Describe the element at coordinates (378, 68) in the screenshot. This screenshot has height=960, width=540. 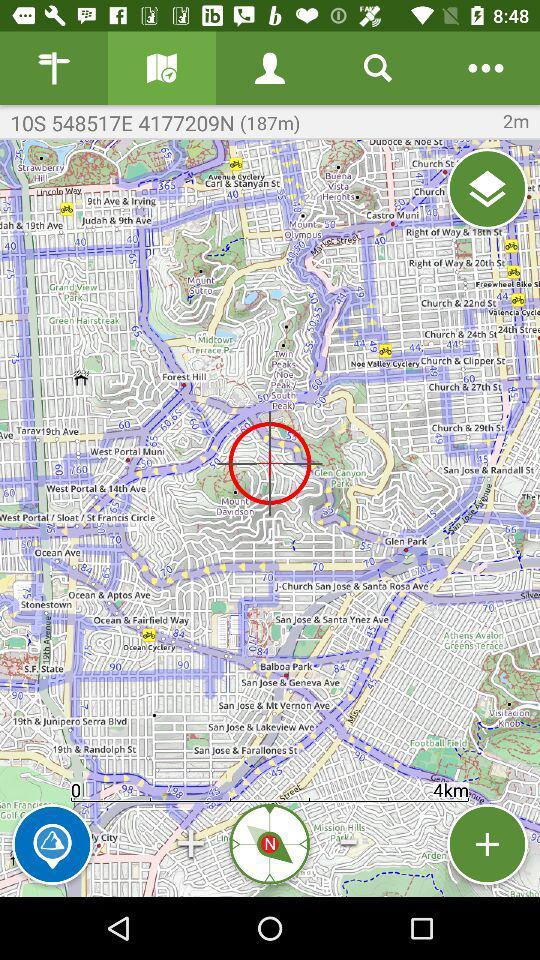
I see `search` at that location.